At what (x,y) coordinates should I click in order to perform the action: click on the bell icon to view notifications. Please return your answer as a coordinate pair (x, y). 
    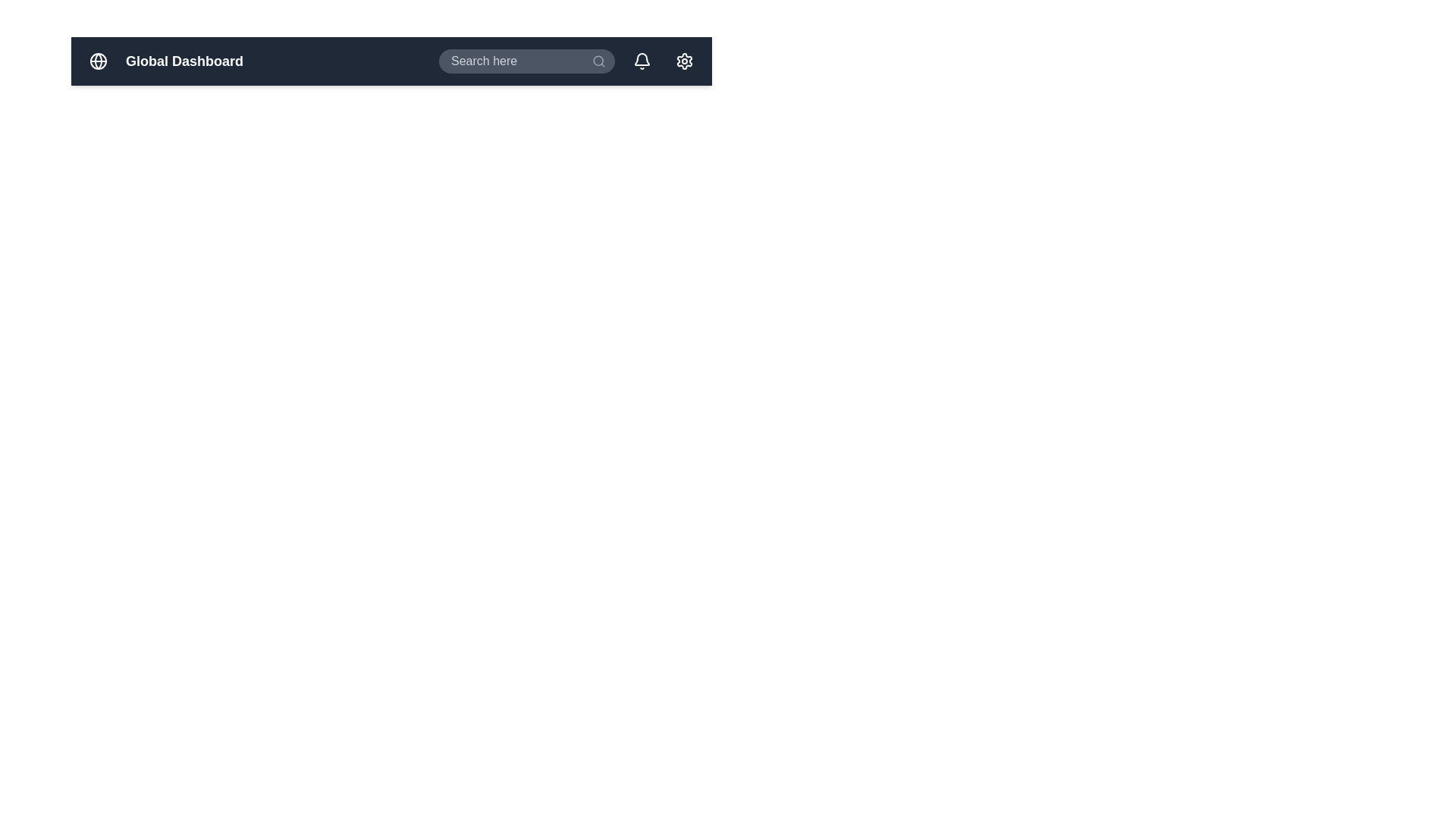
    Looking at the image, I should click on (642, 61).